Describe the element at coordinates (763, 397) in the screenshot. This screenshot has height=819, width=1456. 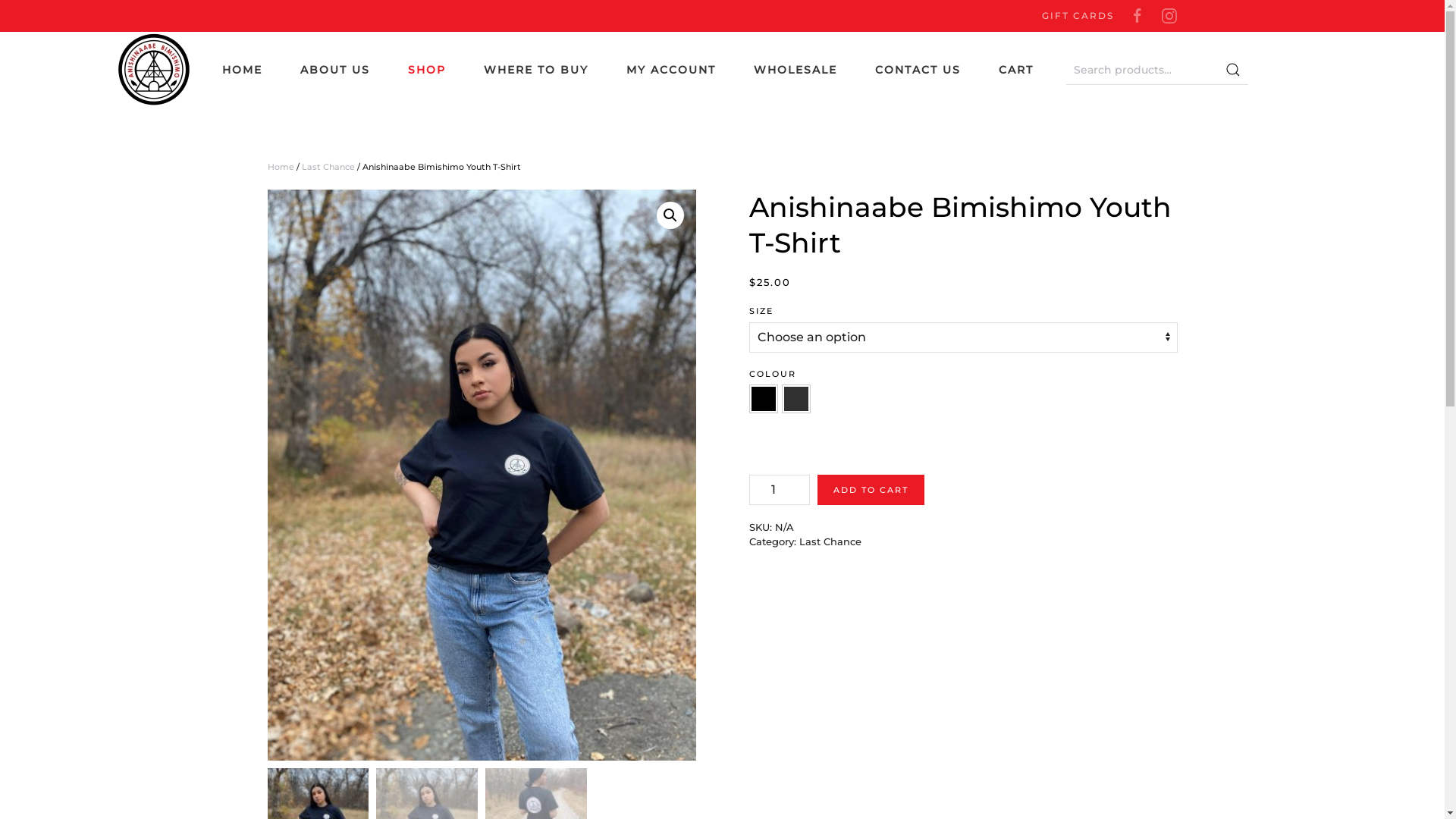
I see `'Black'` at that location.